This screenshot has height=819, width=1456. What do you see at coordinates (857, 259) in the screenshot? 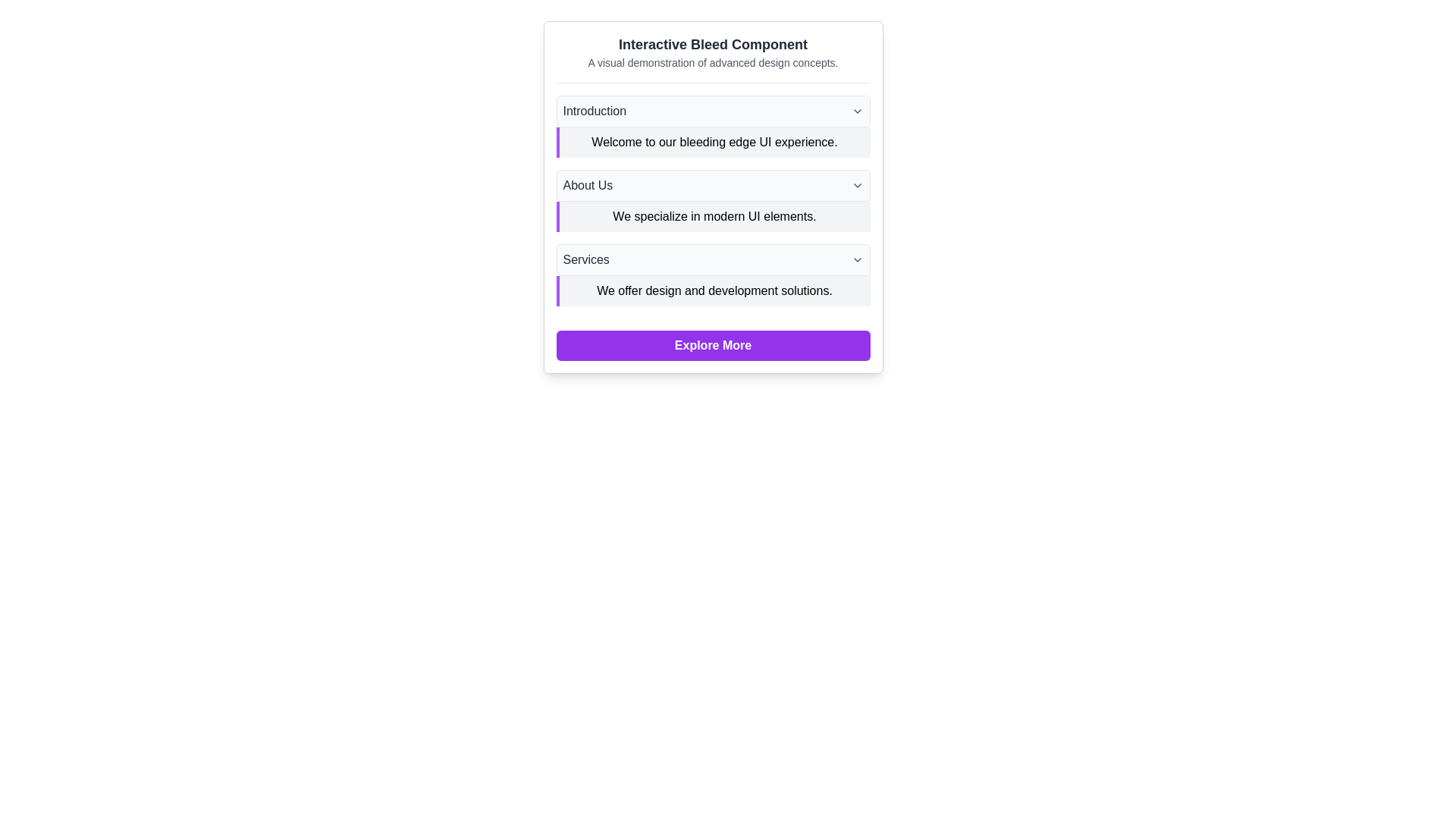
I see `the downward-pointing gray chevron icon located to the right of the 'Services' label` at bounding box center [857, 259].